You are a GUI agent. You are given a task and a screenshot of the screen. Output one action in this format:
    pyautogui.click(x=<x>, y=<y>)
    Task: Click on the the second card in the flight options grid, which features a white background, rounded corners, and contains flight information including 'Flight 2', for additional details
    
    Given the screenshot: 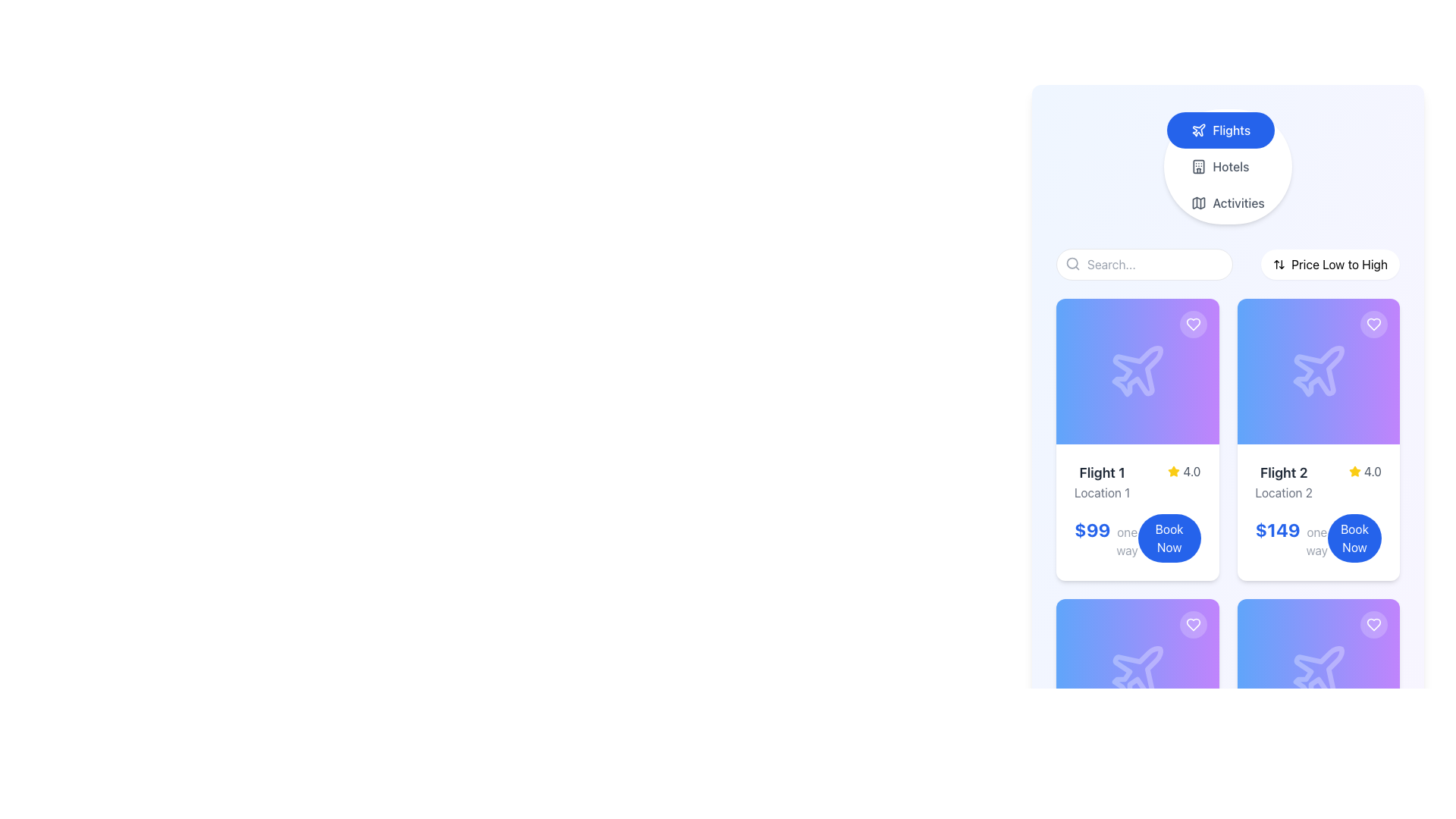 What is the action you would take?
    pyautogui.click(x=1317, y=439)
    